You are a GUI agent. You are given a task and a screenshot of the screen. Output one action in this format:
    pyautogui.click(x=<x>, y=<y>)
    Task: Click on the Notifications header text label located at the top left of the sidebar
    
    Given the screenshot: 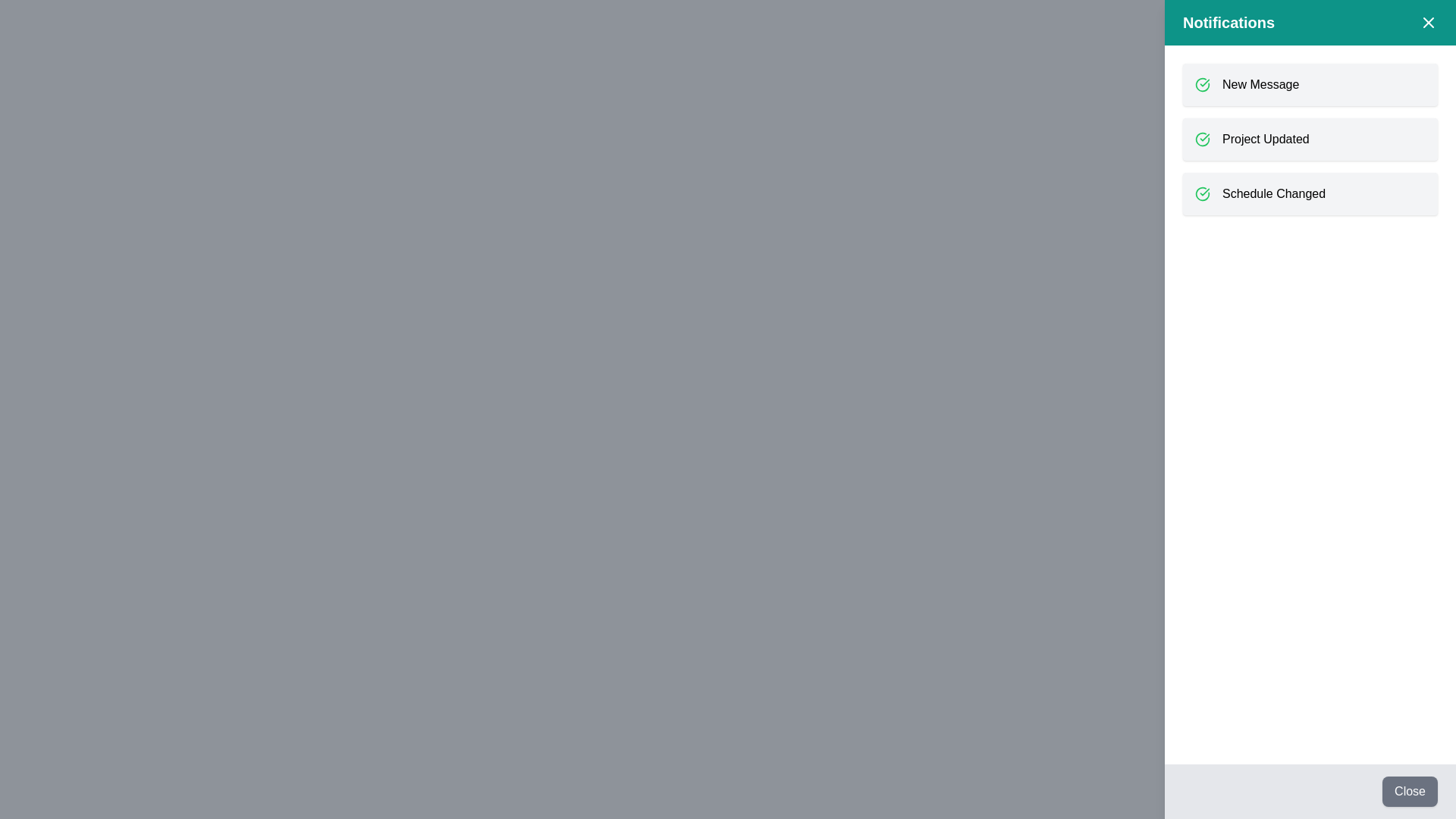 What is the action you would take?
    pyautogui.click(x=1228, y=23)
    